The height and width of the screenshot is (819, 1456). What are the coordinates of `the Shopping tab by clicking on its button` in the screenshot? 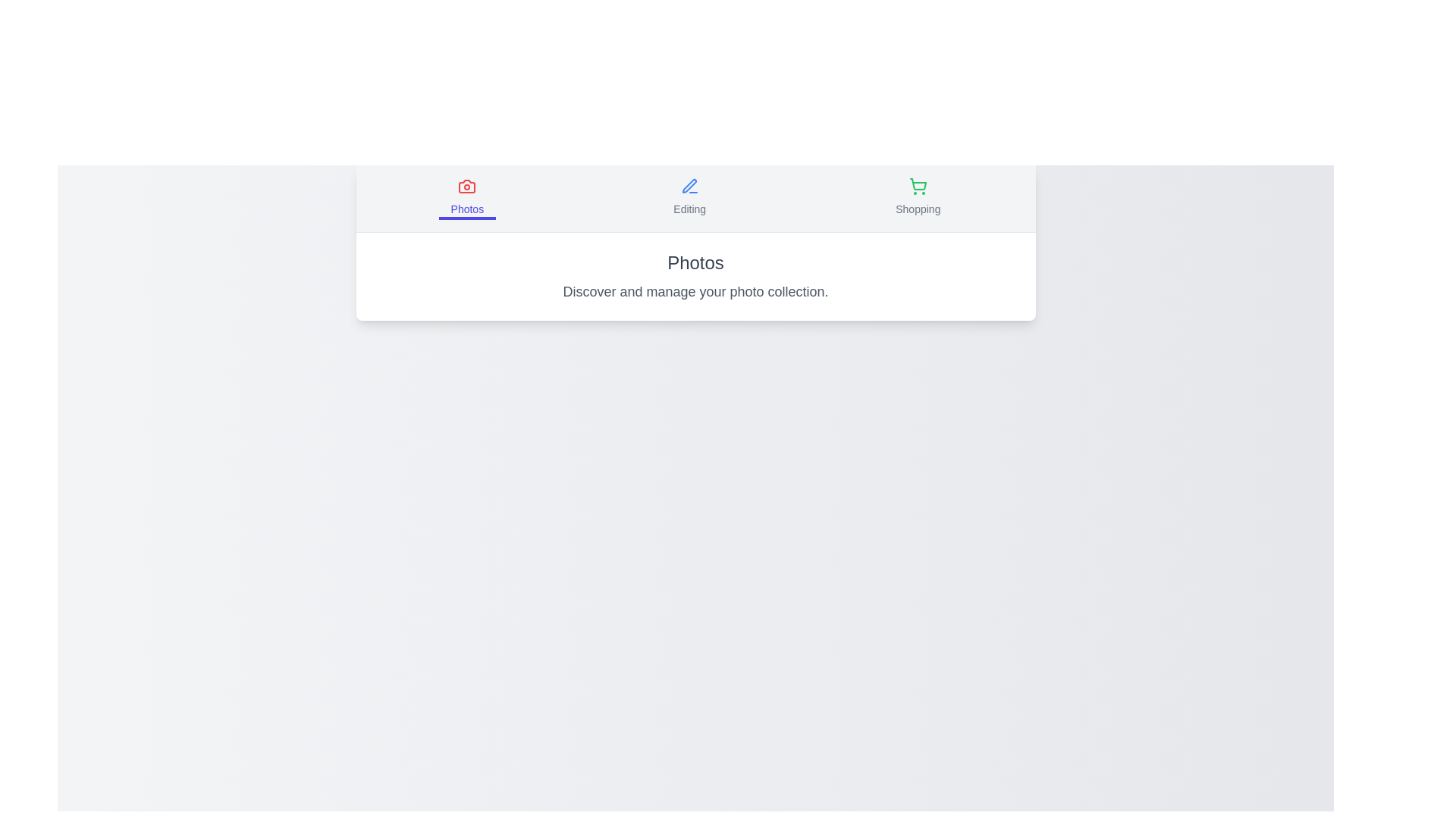 It's located at (917, 198).